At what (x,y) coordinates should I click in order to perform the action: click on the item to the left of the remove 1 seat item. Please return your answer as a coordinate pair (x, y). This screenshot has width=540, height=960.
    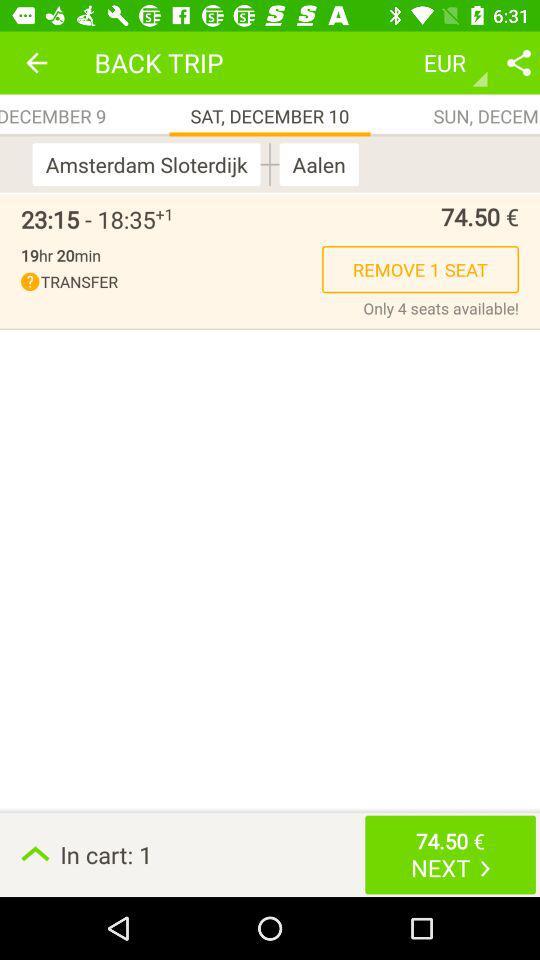
    Looking at the image, I should click on (60, 254).